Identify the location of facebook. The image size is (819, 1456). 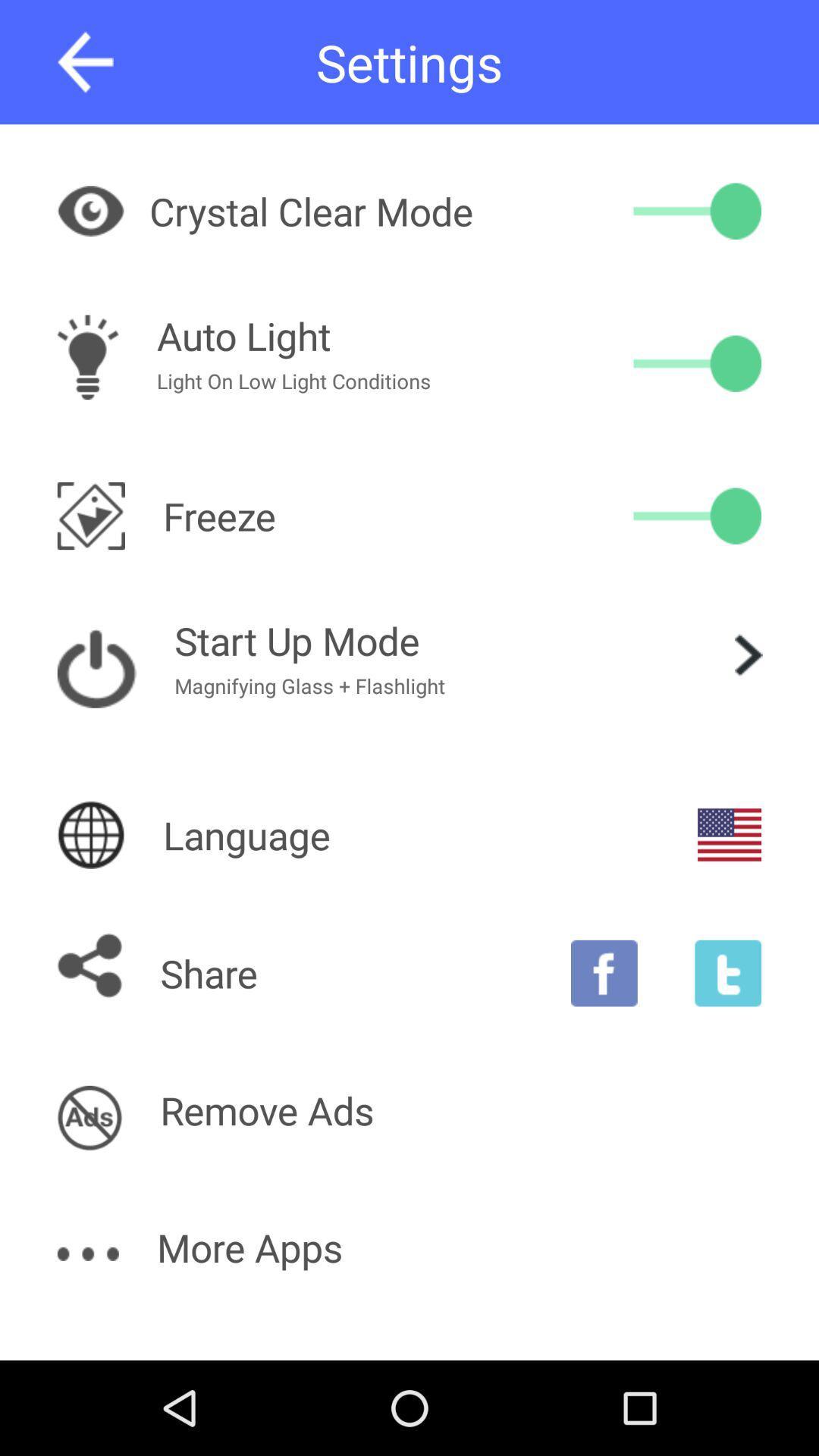
(603, 973).